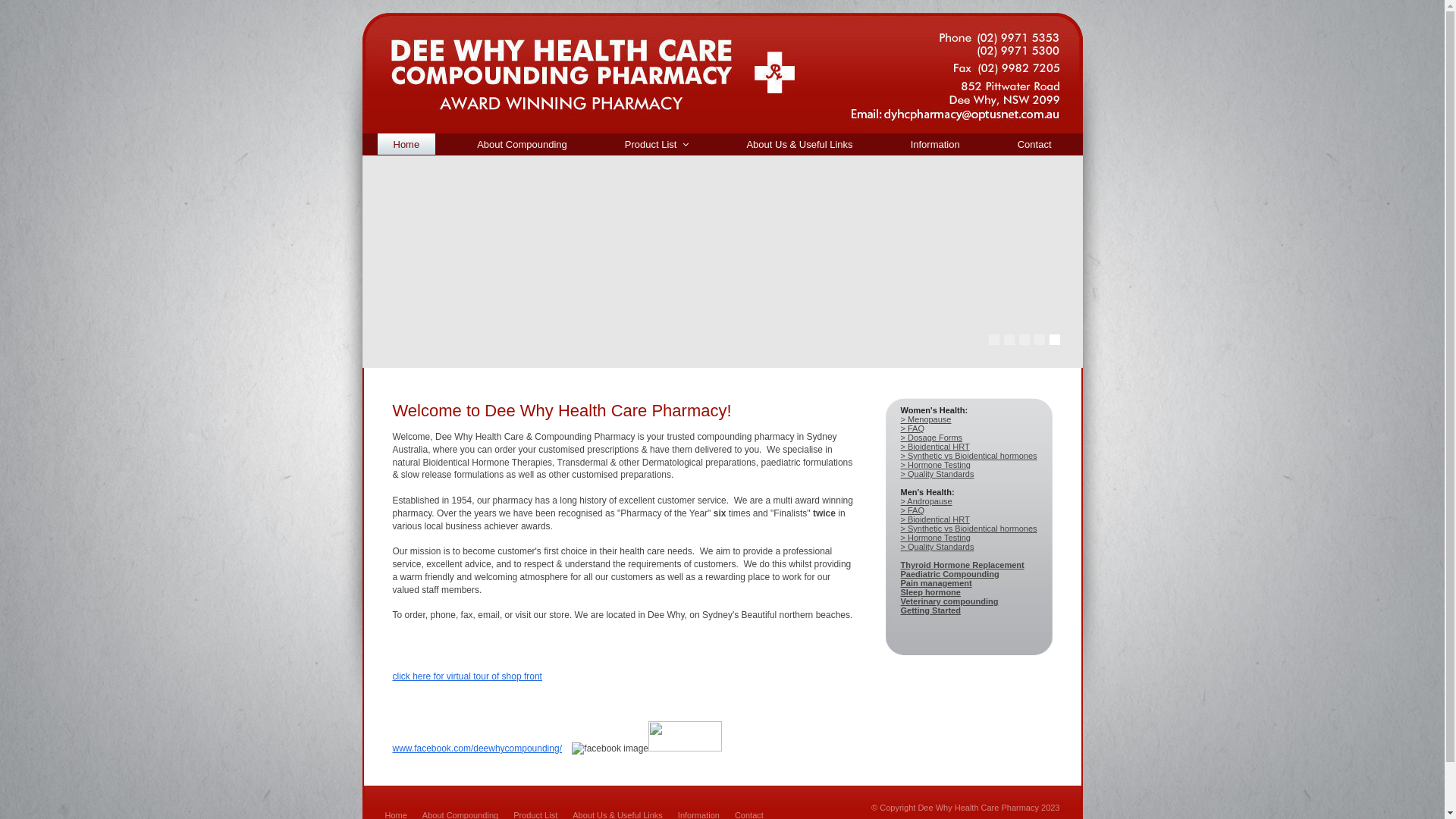  What do you see at coordinates (901, 510) in the screenshot?
I see `'> FAQ'` at bounding box center [901, 510].